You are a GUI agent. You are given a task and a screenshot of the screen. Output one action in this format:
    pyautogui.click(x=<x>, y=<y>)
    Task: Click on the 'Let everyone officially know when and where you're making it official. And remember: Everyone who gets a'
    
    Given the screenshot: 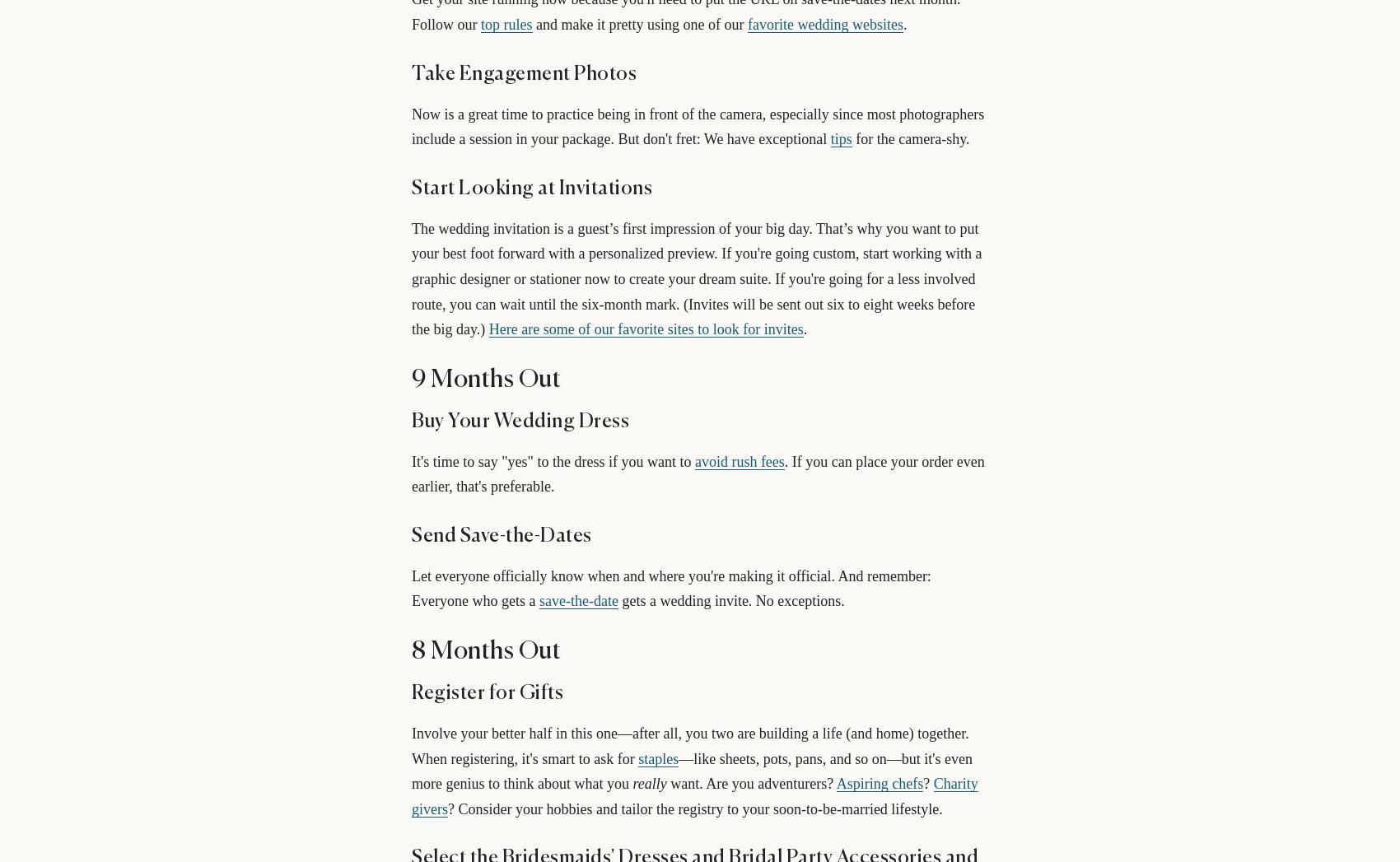 What is the action you would take?
    pyautogui.click(x=411, y=587)
    